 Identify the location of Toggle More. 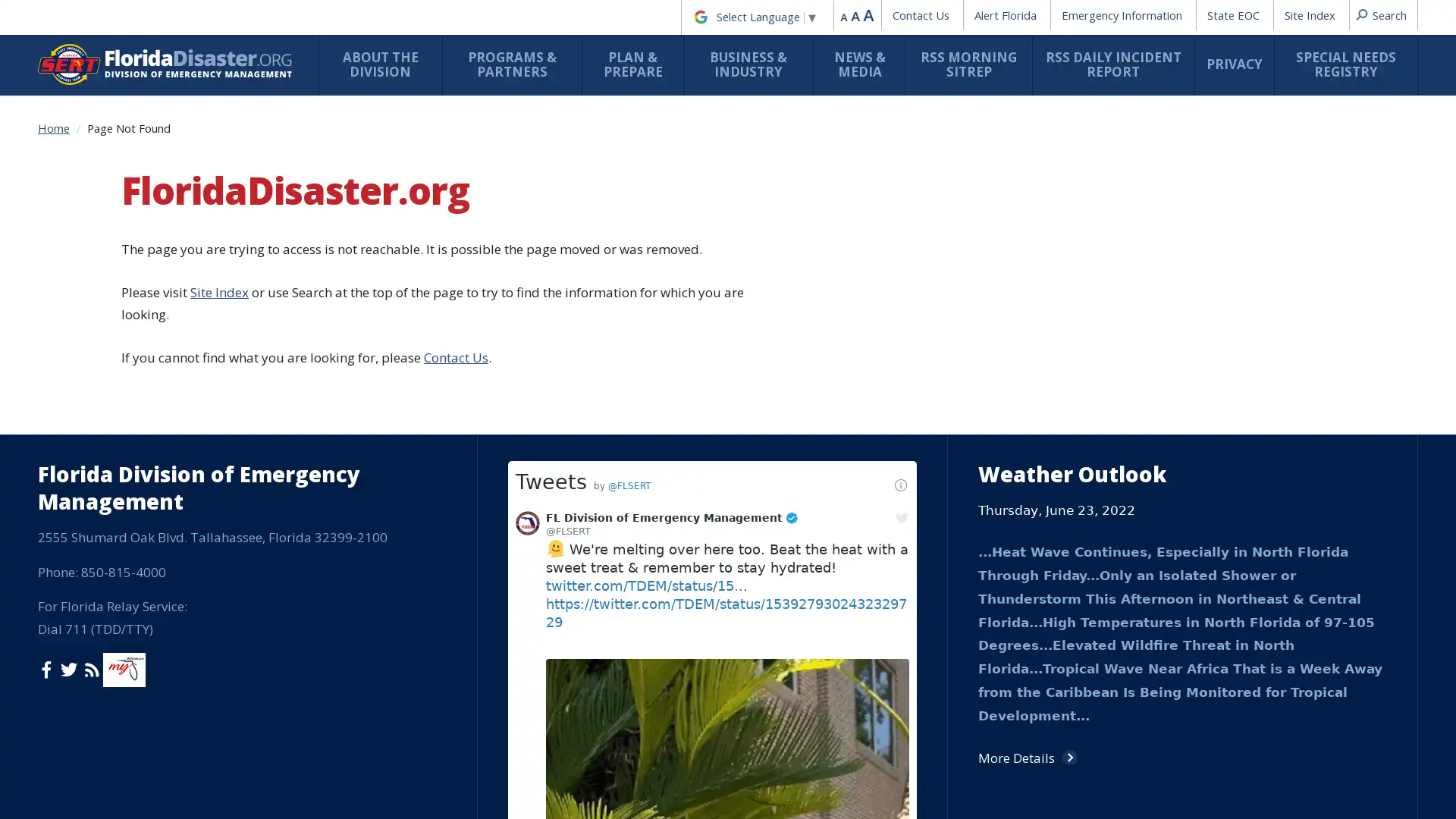
(607, 202).